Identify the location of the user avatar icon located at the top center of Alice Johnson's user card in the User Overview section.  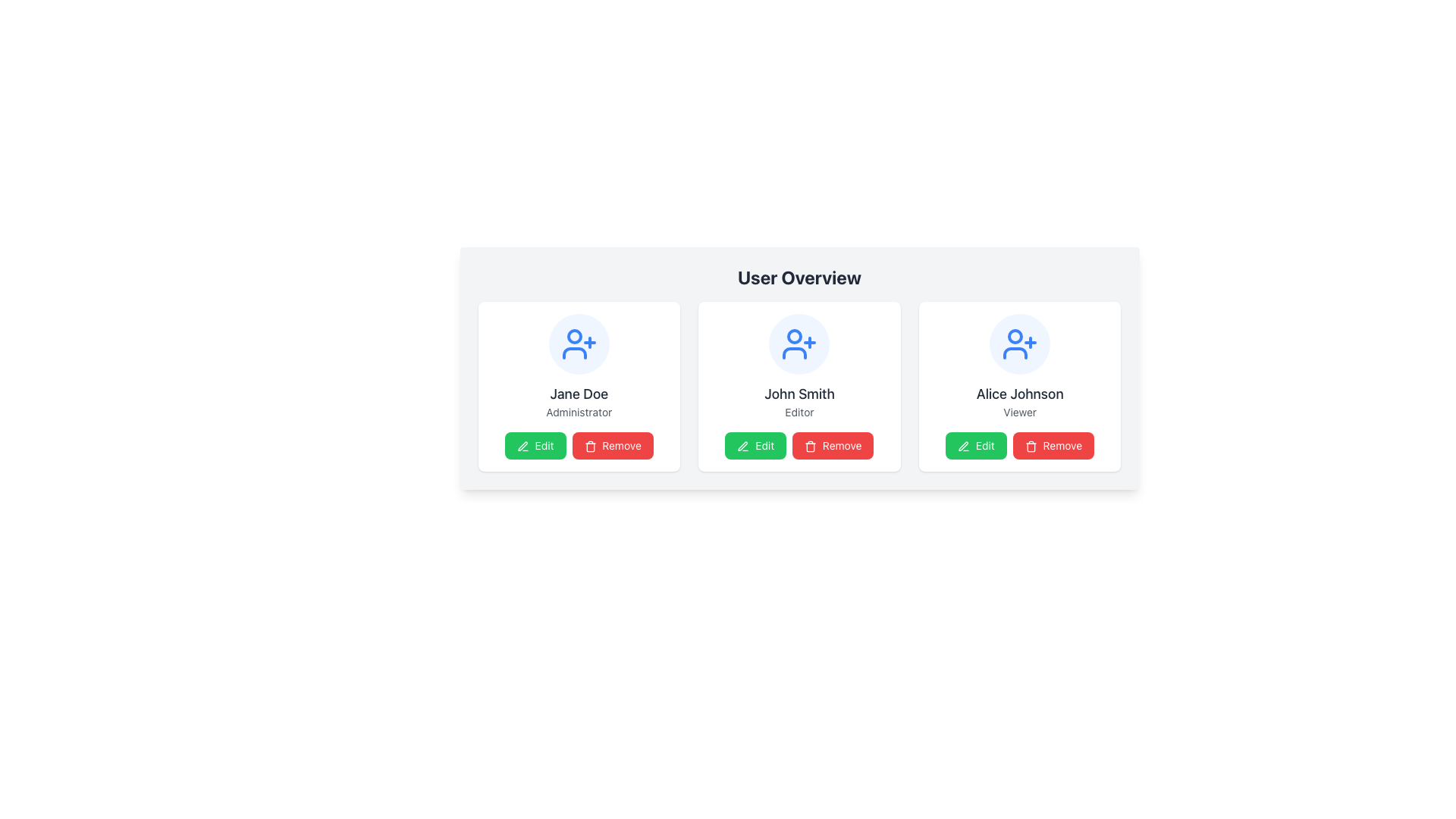
(1020, 344).